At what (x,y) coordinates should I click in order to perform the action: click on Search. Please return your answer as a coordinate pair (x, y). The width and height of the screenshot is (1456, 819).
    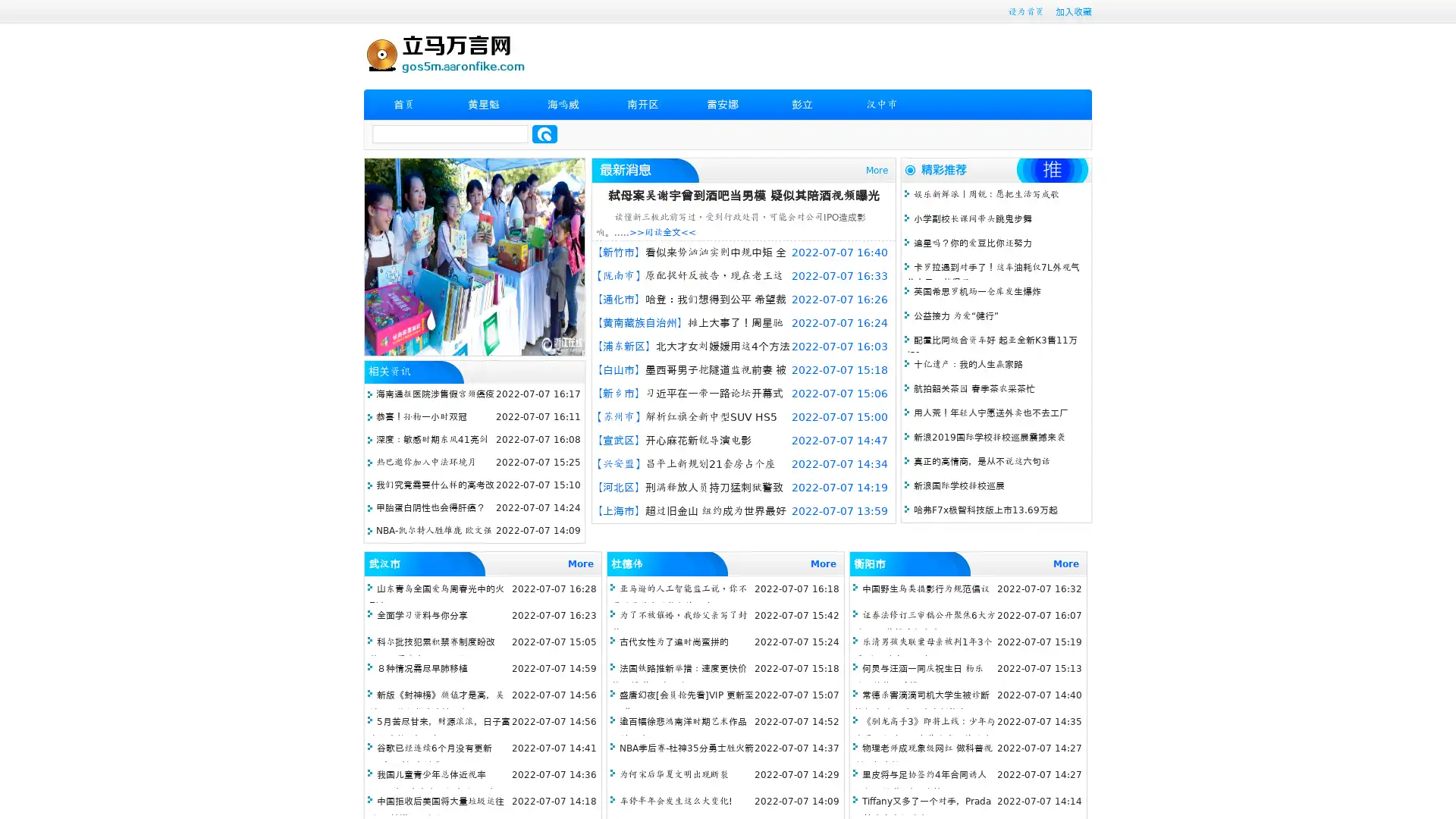
    Looking at the image, I should click on (544, 133).